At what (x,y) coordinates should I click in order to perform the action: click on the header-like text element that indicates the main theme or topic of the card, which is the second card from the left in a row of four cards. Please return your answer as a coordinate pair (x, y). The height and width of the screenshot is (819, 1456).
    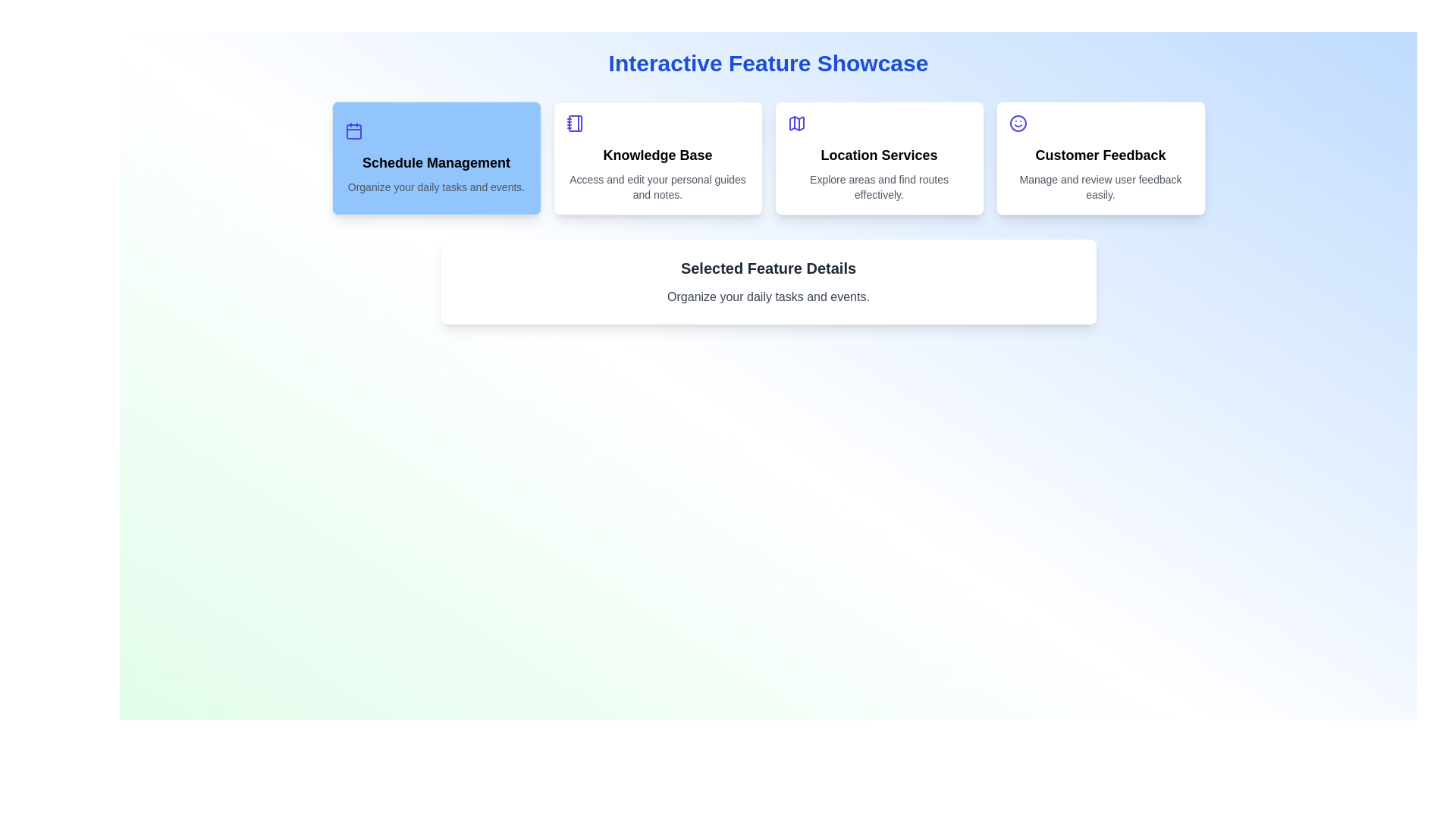
    Looking at the image, I should click on (657, 155).